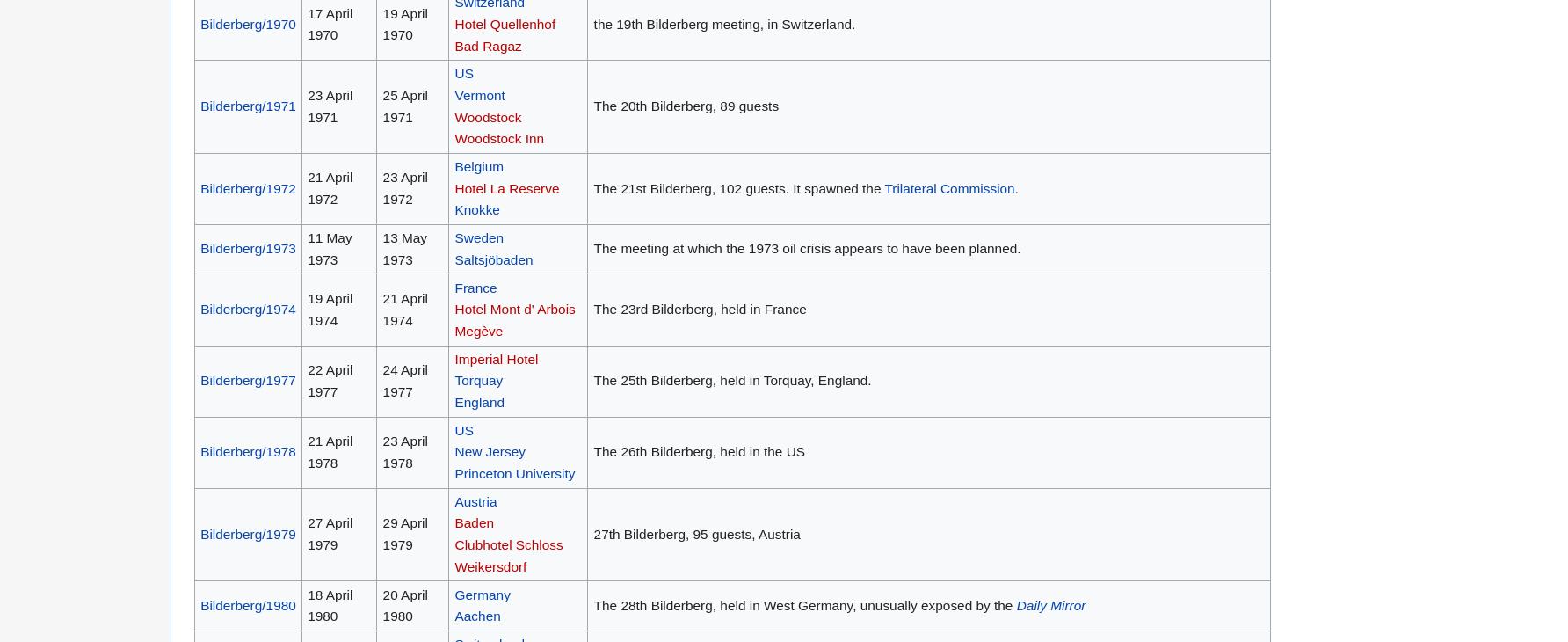  I want to click on '21 April 1978', so click(329, 450).